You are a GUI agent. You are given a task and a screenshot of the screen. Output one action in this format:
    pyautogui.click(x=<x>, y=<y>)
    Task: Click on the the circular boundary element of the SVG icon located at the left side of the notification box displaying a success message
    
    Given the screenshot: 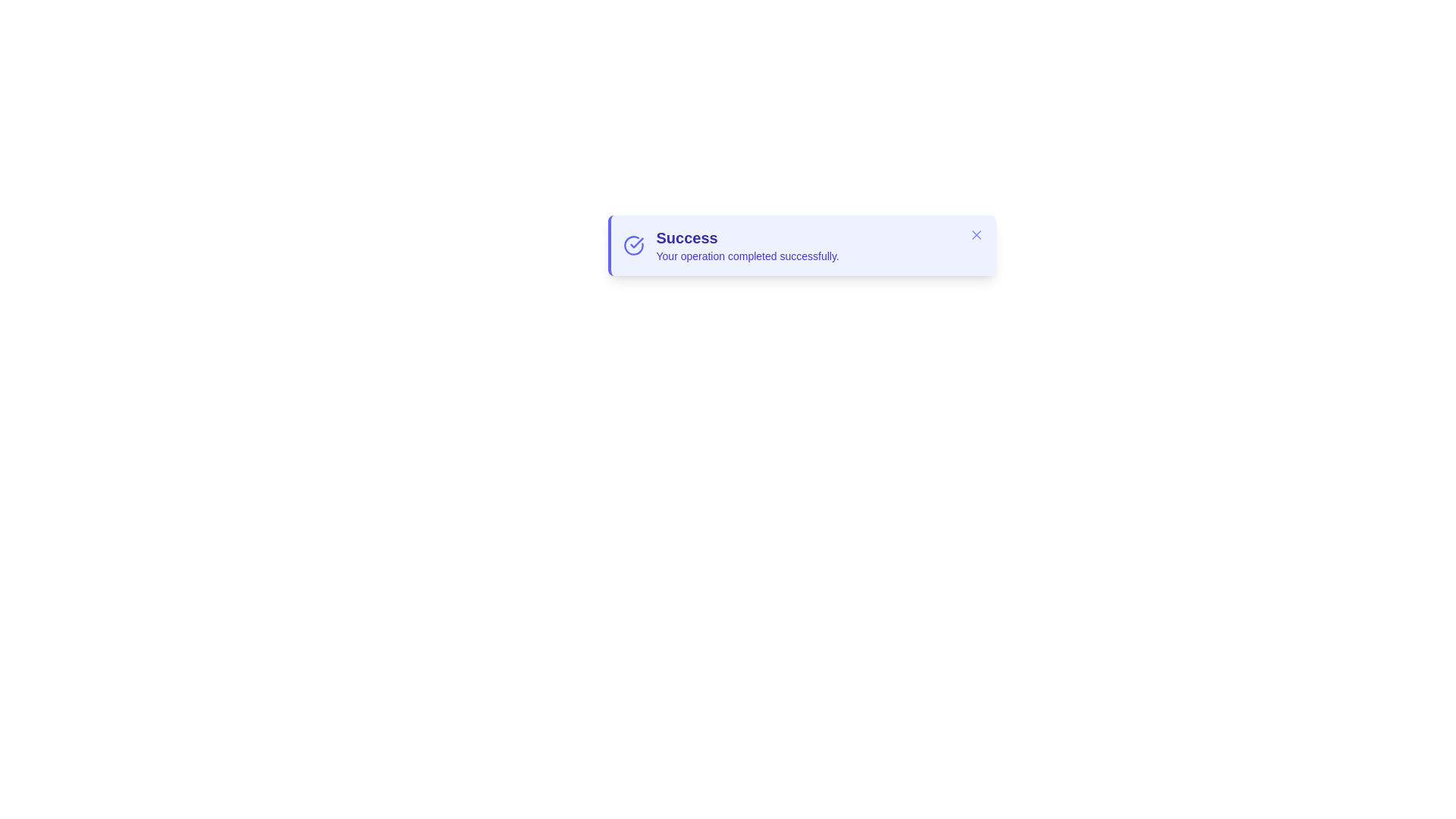 What is the action you would take?
    pyautogui.click(x=633, y=245)
    